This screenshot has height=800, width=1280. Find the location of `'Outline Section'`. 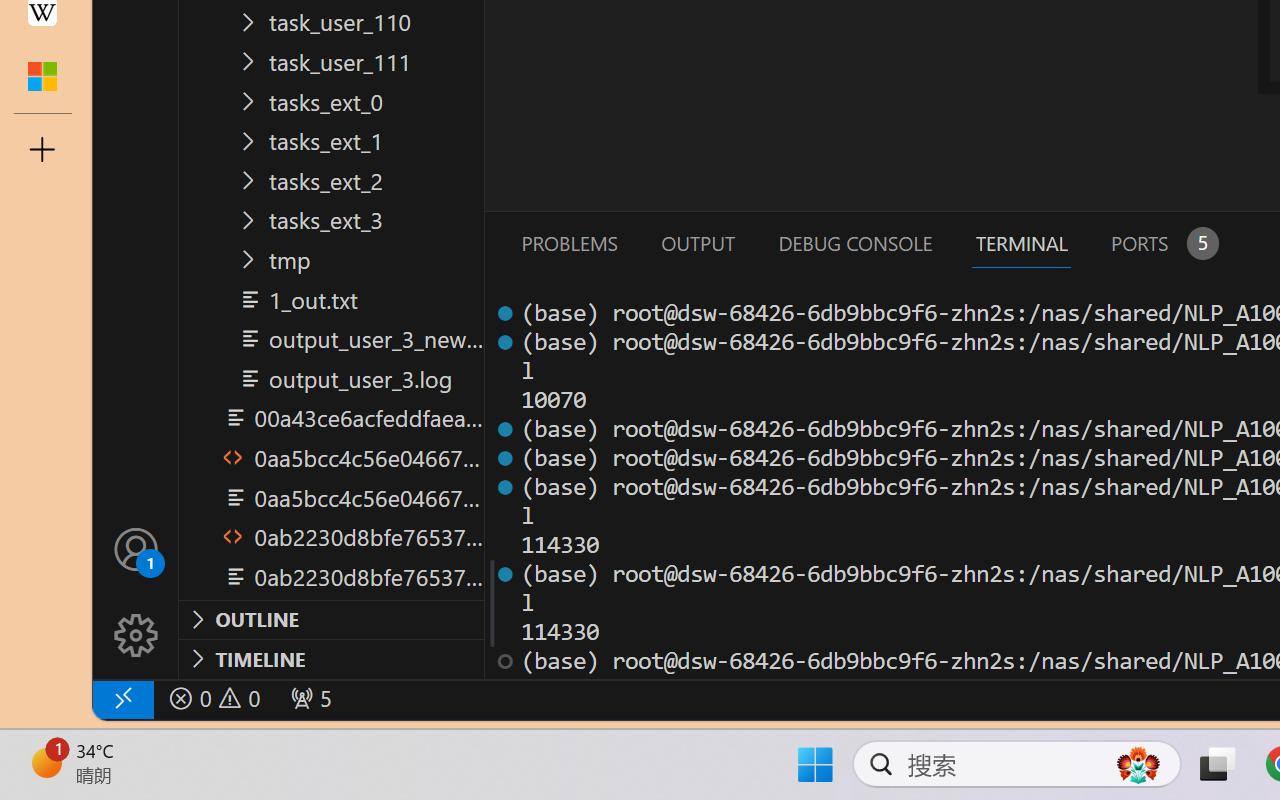

'Outline Section' is located at coordinates (331, 619).